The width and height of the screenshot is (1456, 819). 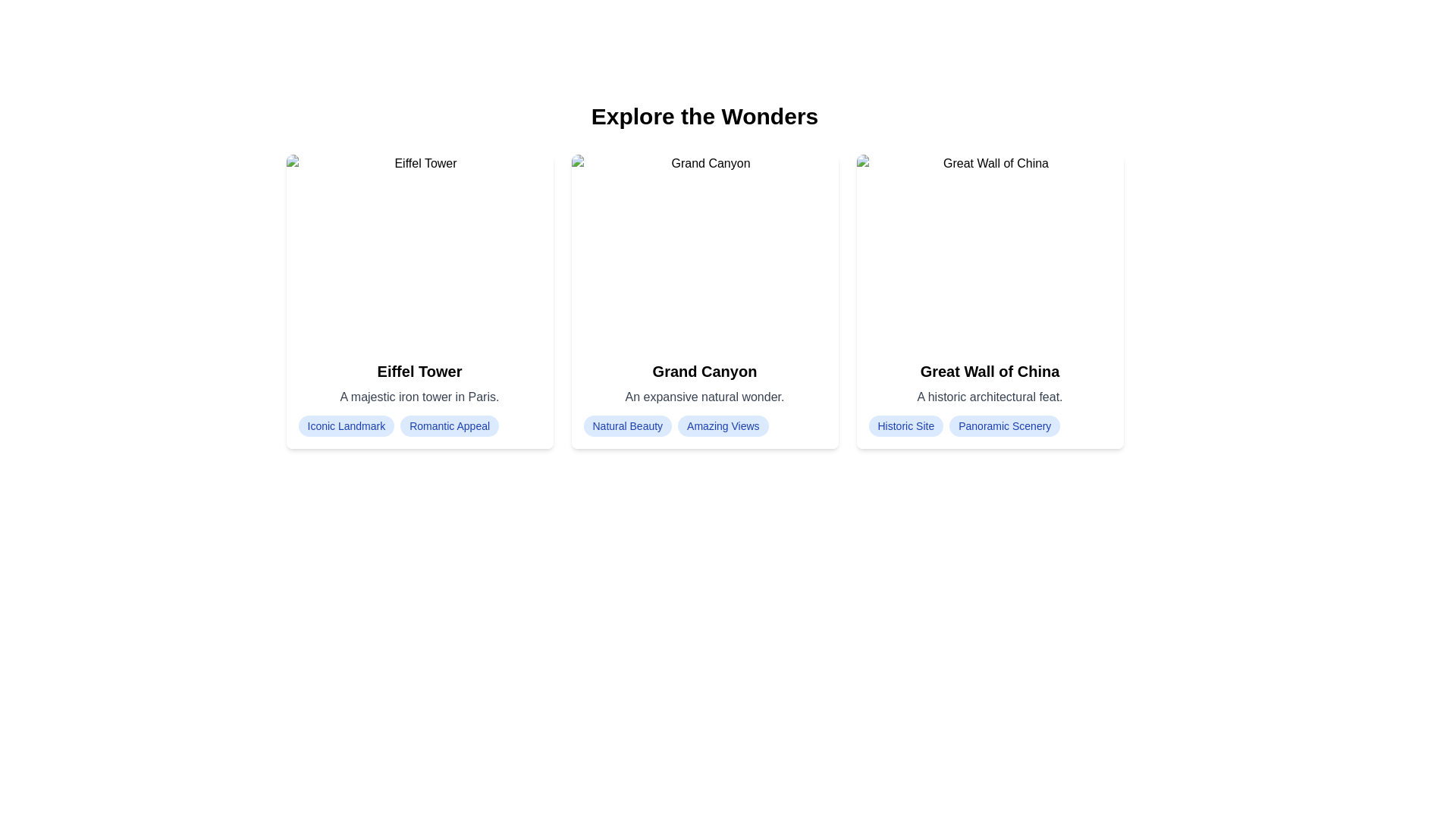 What do you see at coordinates (419, 301) in the screenshot?
I see `details of the first card titled 'Eiffel Tower', which describes it as 'A majestic iron tower in Paris.'` at bounding box center [419, 301].